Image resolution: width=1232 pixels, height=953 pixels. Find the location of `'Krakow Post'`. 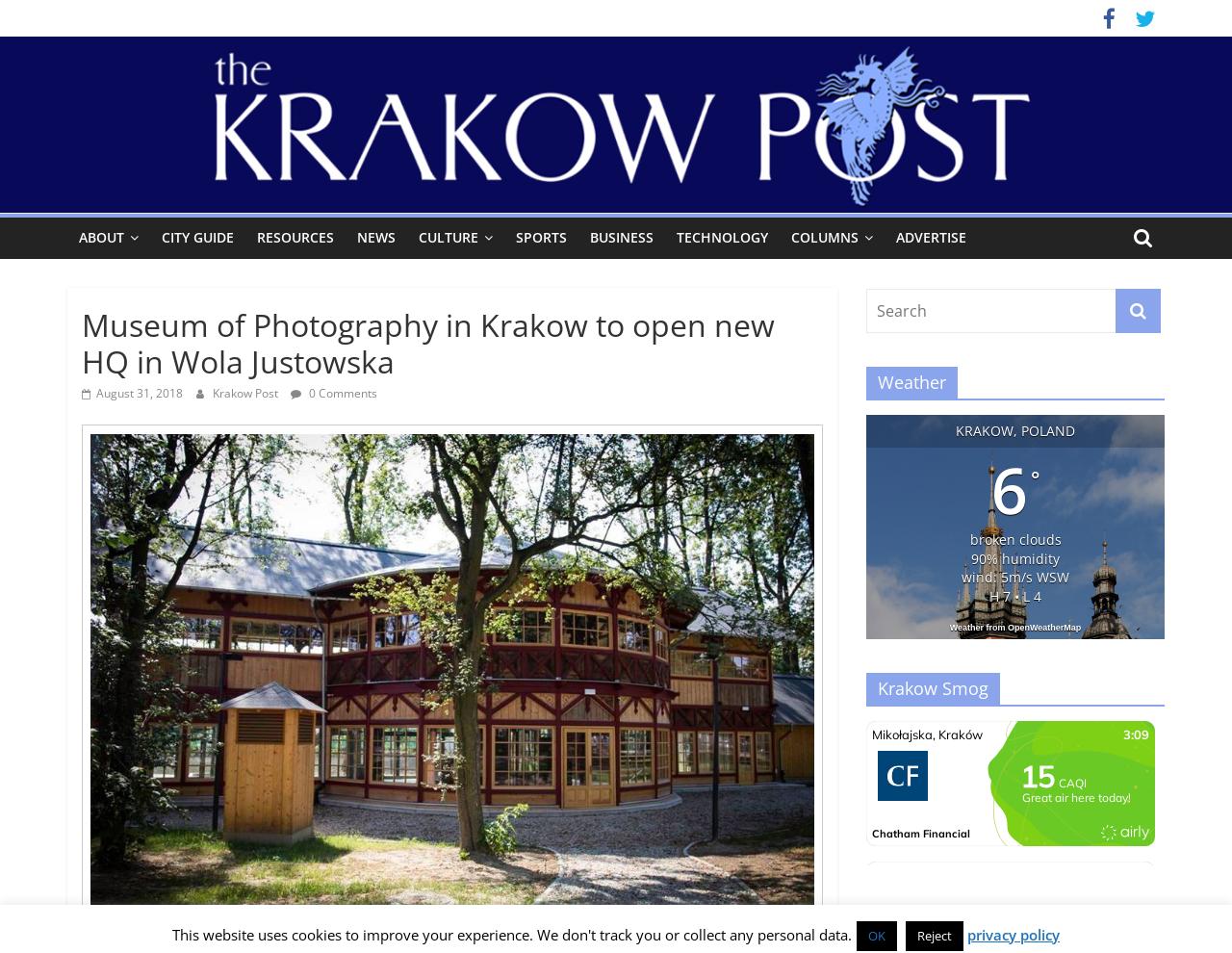

'Krakow Post' is located at coordinates (245, 392).